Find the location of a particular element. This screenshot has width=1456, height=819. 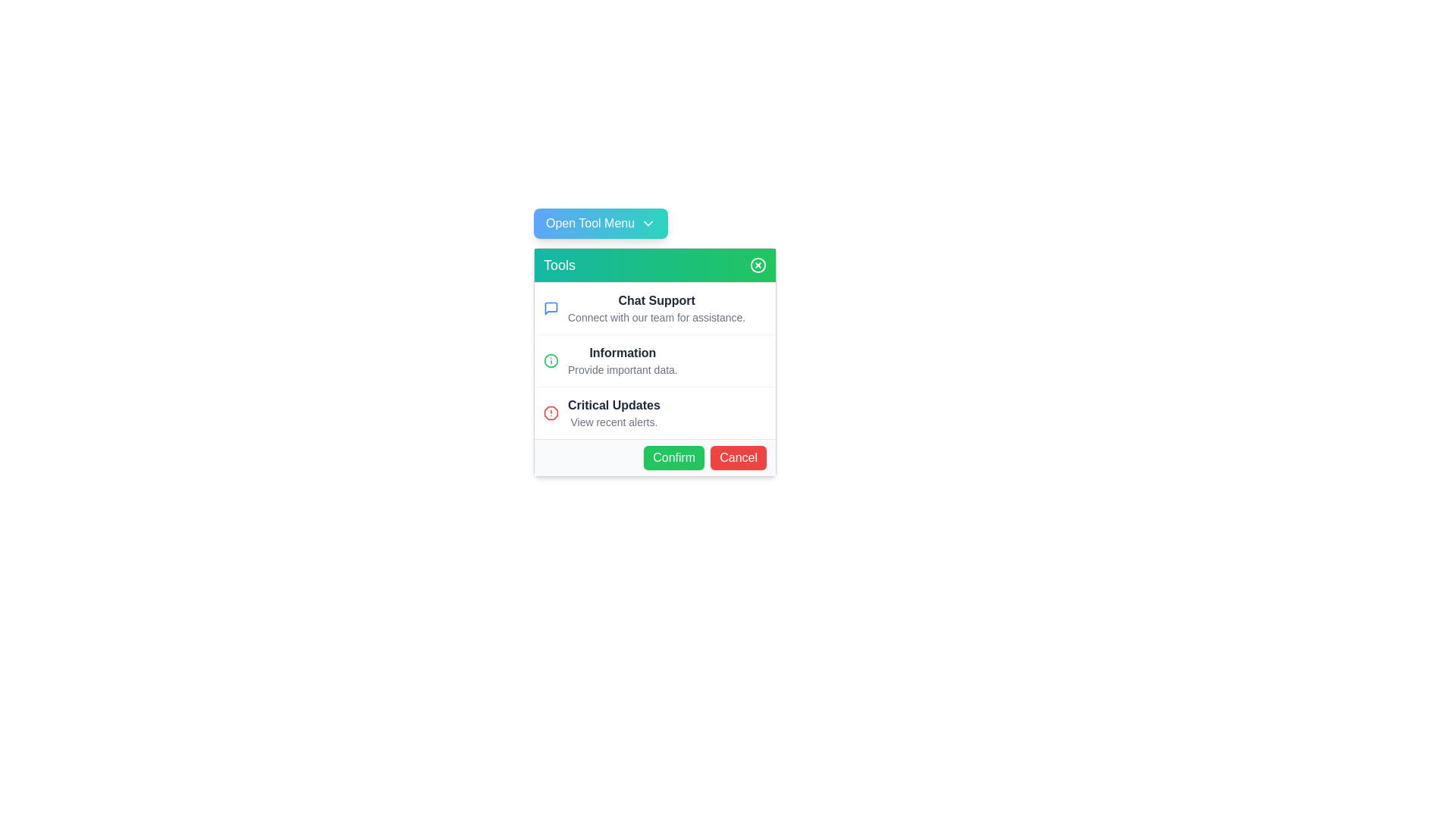

the chevron icon located at the far right side of the 'Open Tool Menu' button, which signifies additional options or dropdown menu functionality is located at coordinates (648, 223).